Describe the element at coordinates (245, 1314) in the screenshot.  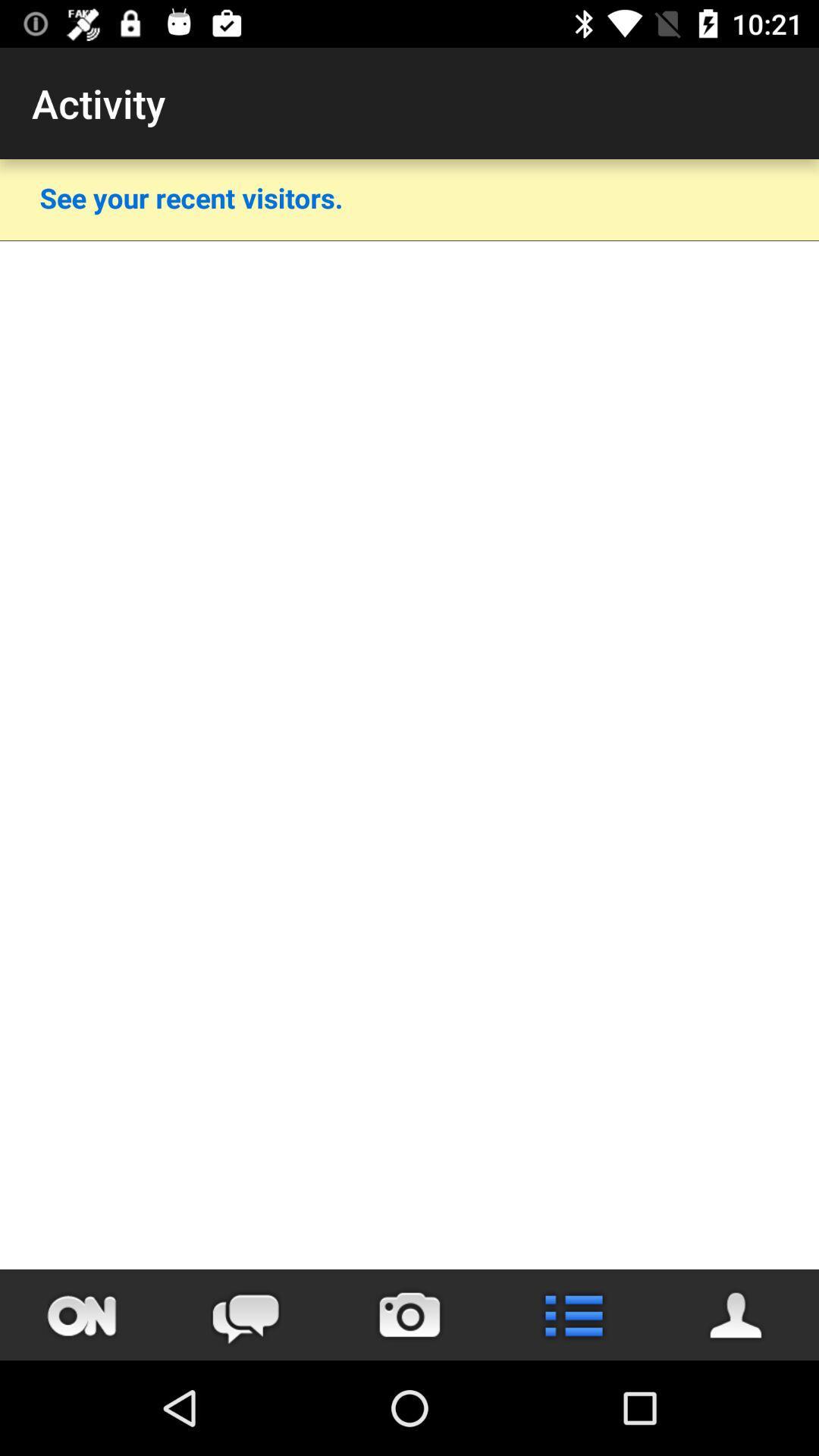
I see `chat message` at that location.